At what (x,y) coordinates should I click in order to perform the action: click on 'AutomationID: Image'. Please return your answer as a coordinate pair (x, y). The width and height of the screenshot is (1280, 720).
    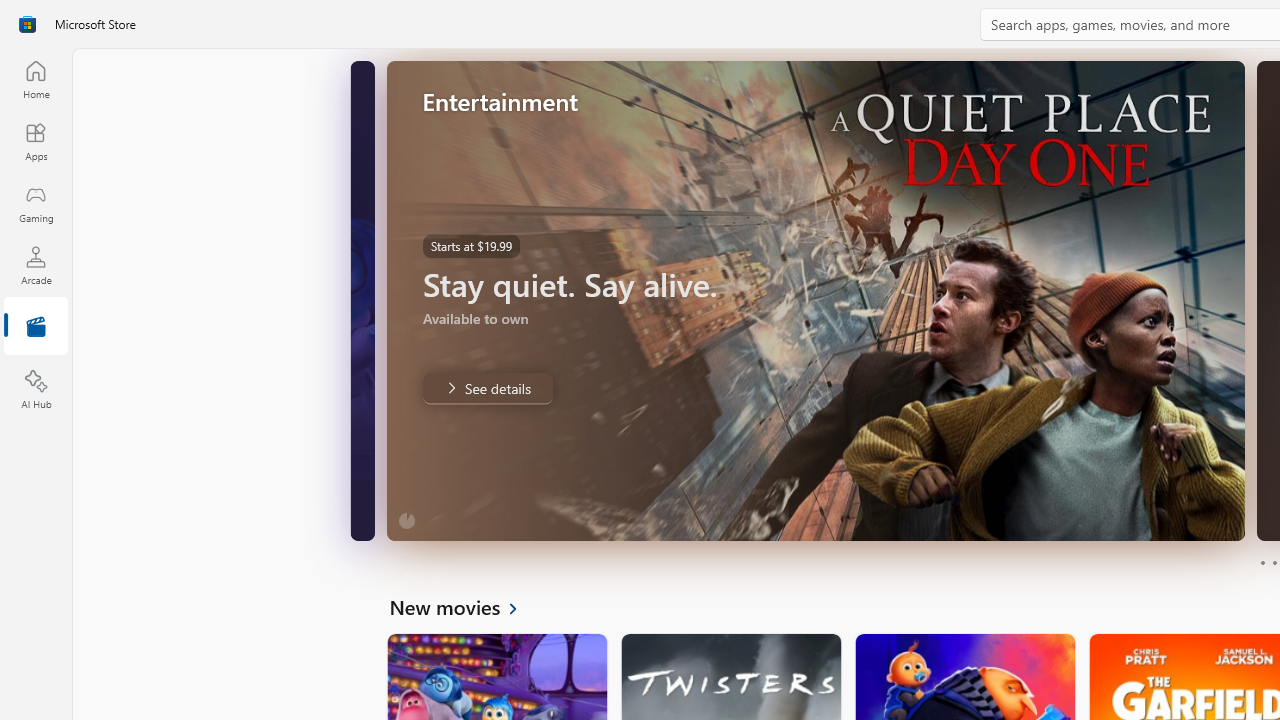
    Looking at the image, I should click on (815, 300).